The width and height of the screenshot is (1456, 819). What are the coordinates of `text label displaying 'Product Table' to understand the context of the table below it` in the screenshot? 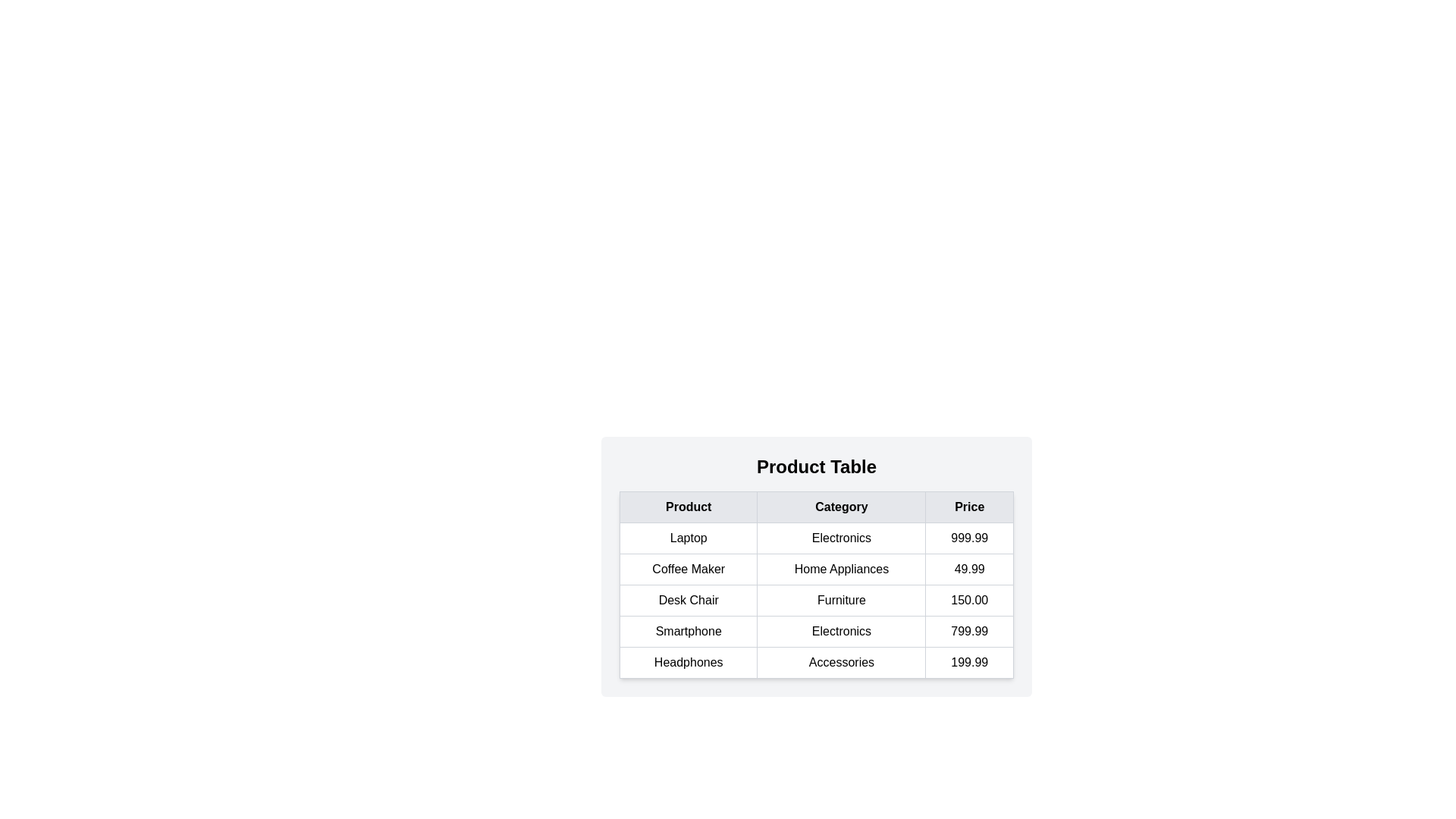 It's located at (815, 466).